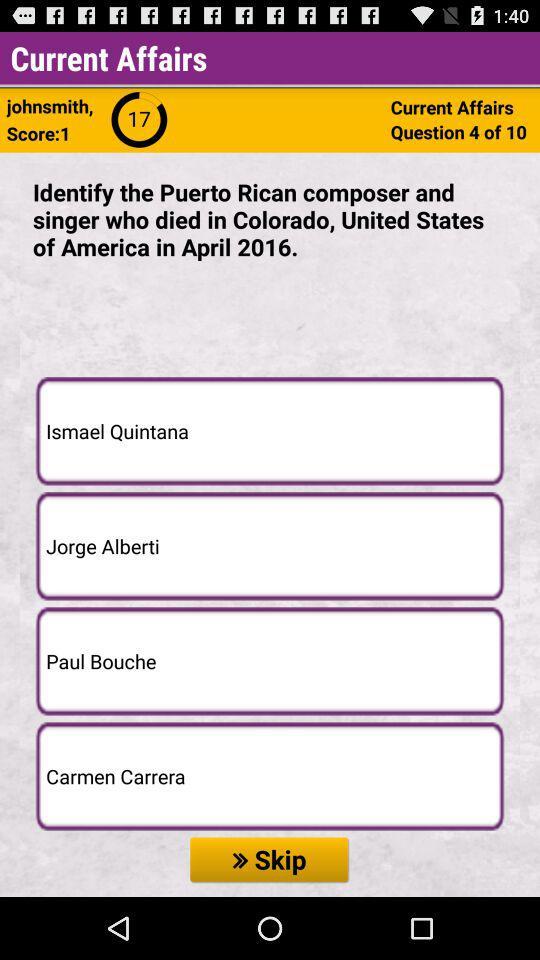 The width and height of the screenshot is (540, 960). I want to click on icon above the carmen carrera, so click(270, 661).